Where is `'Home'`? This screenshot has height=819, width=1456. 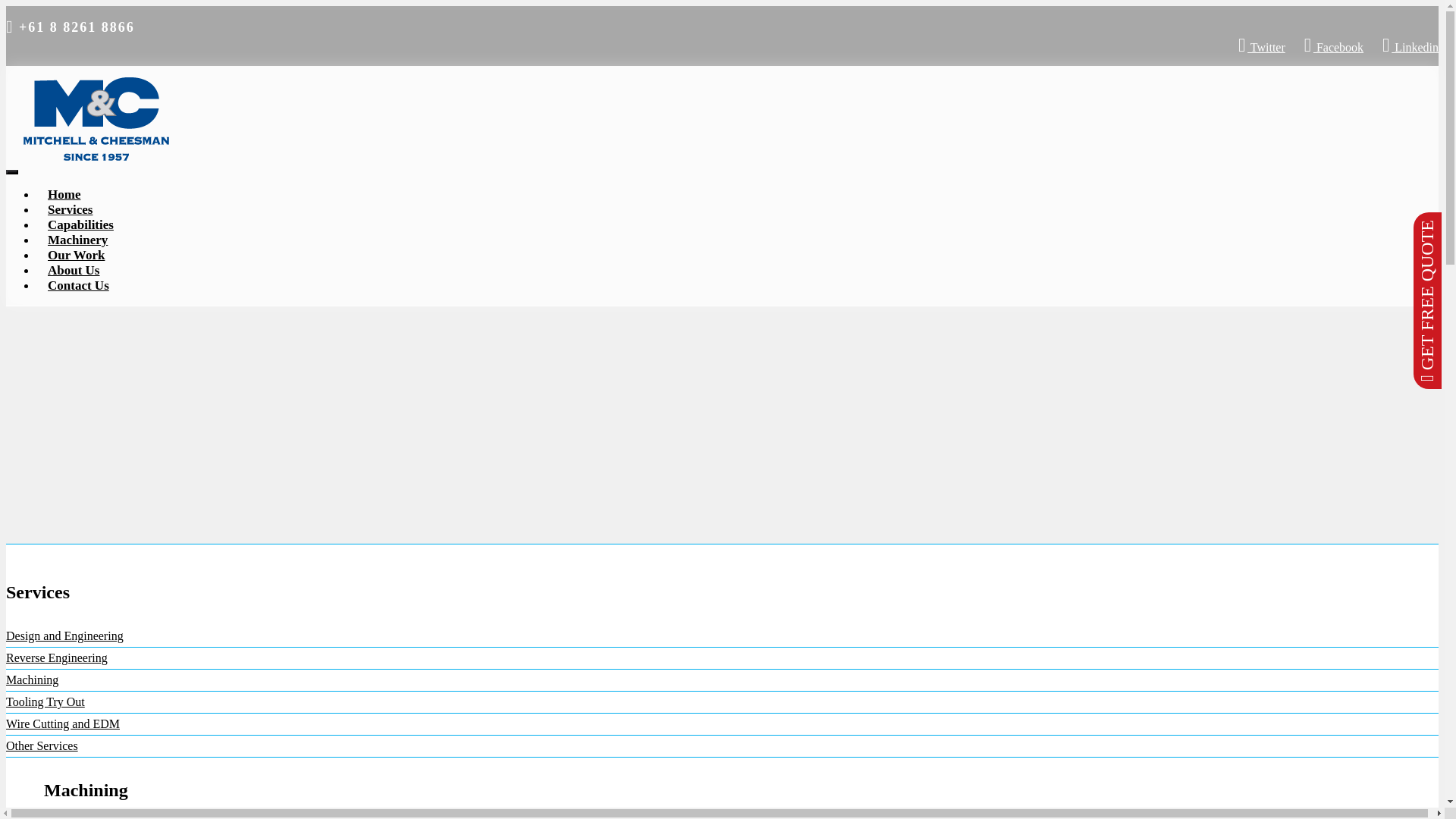 'Home' is located at coordinates (63, 193).